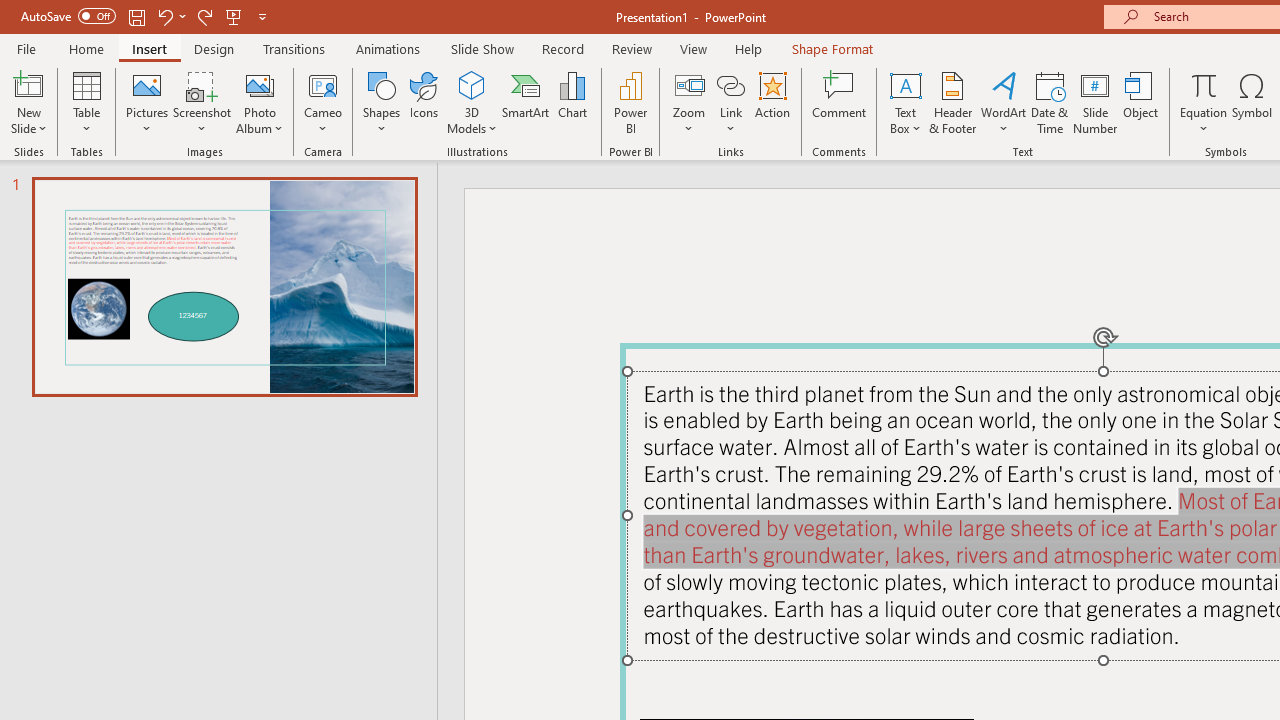 This screenshot has height=720, width=1280. I want to click on 'Power BI', so click(630, 103).